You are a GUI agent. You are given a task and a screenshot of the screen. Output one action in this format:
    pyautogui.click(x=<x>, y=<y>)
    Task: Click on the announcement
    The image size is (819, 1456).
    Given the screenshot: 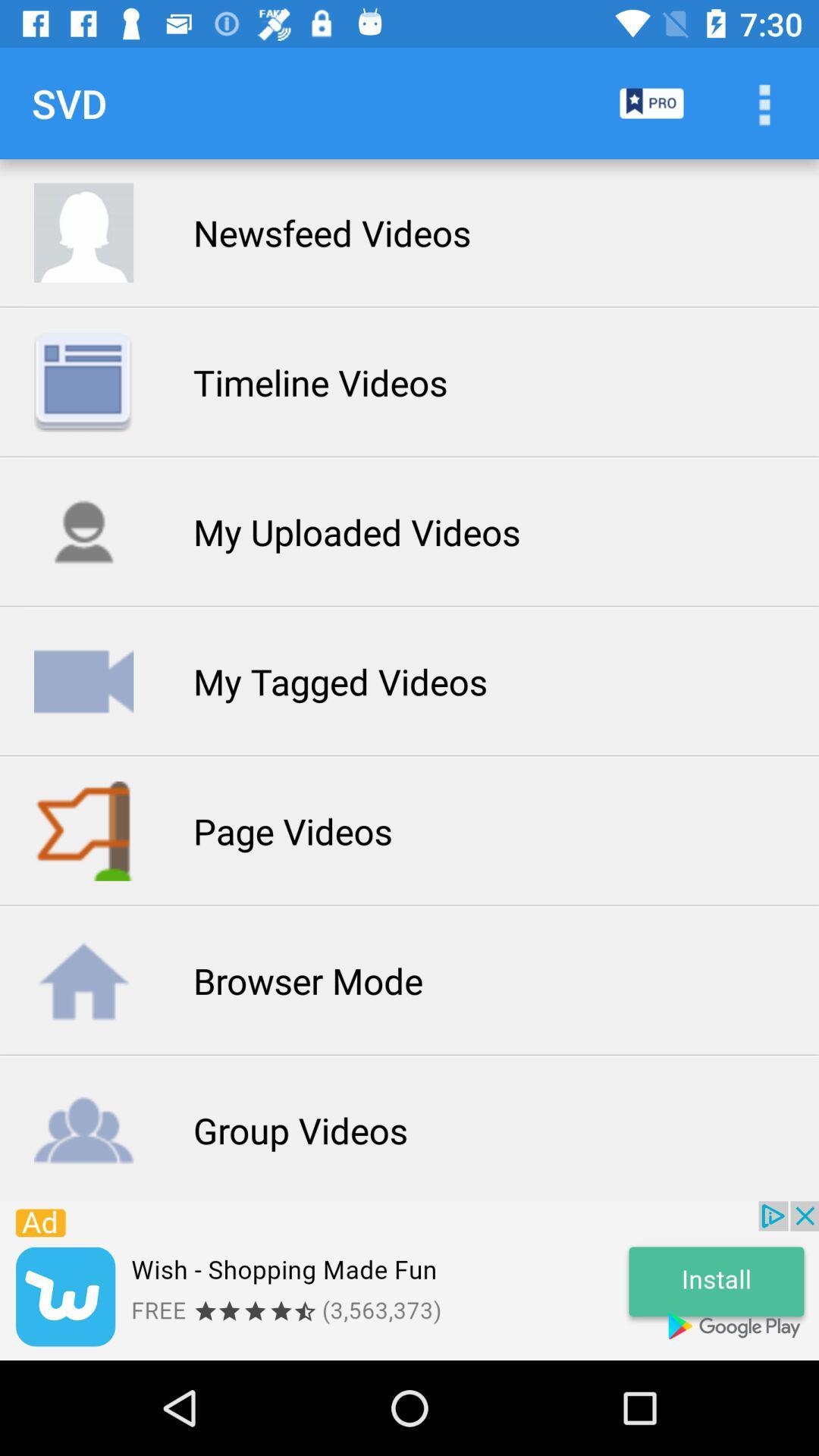 What is the action you would take?
    pyautogui.click(x=409, y=1280)
    